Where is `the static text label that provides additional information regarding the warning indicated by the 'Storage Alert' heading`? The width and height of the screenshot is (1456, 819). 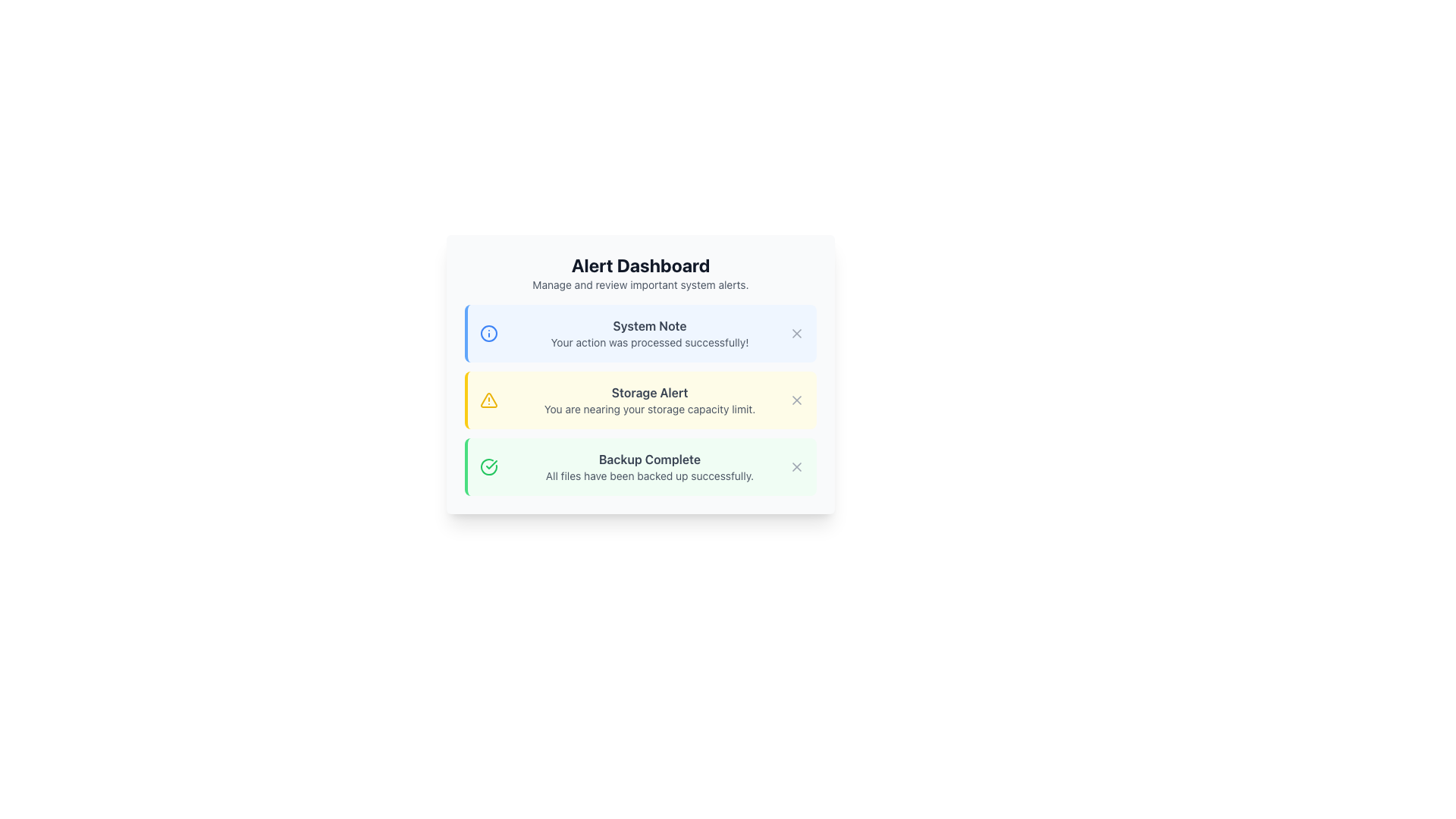
the static text label that provides additional information regarding the warning indicated by the 'Storage Alert' heading is located at coordinates (650, 409).